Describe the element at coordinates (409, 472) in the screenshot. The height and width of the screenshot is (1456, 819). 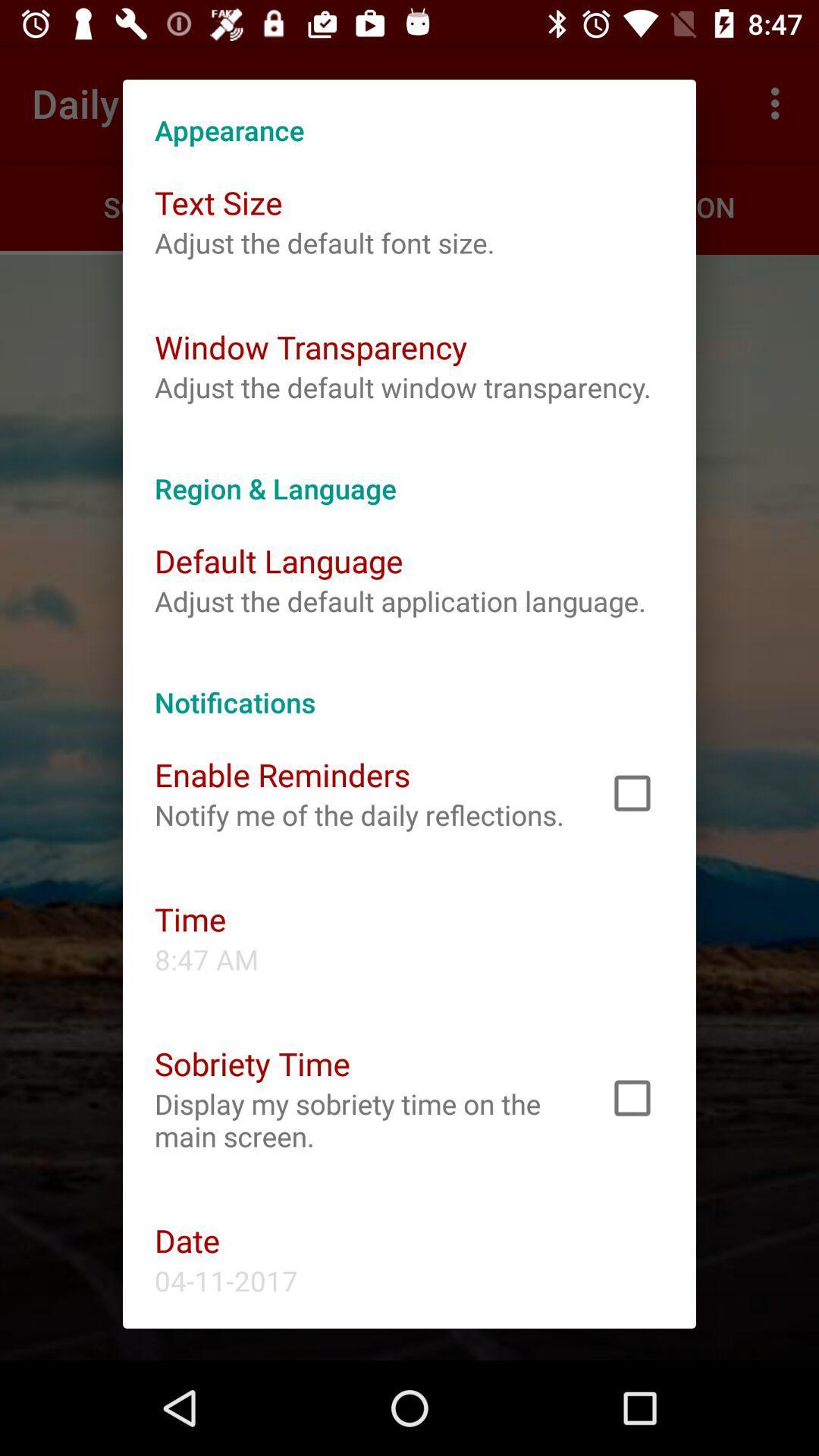
I see `the region & language app` at that location.